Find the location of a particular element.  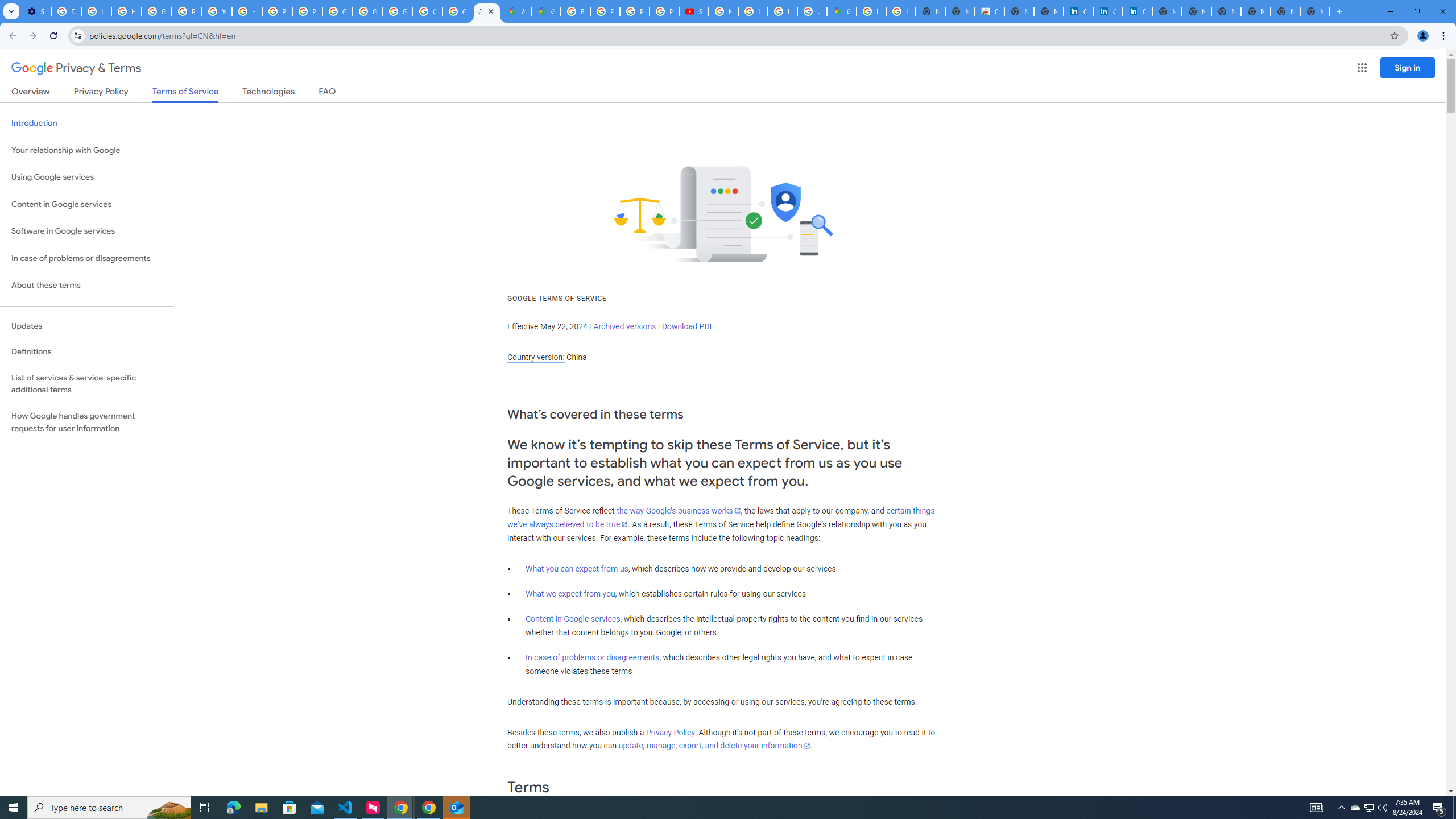

'Using Google services' is located at coordinates (86, 176).